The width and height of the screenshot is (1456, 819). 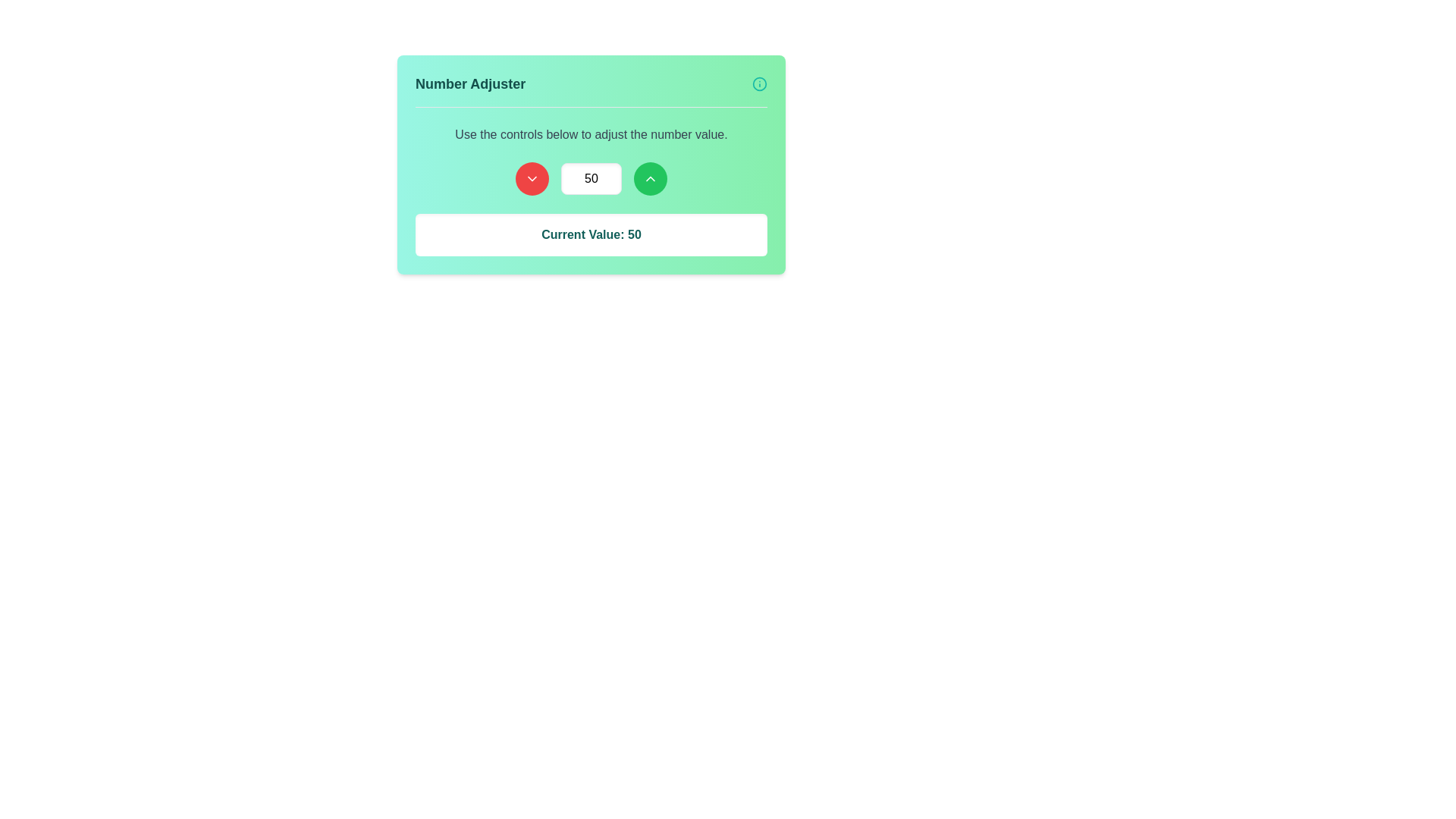 What do you see at coordinates (590, 177) in the screenshot?
I see `the increment button of the 'Number Adjuster' control group to increase the displayed numerical value` at bounding box center [590, 177].